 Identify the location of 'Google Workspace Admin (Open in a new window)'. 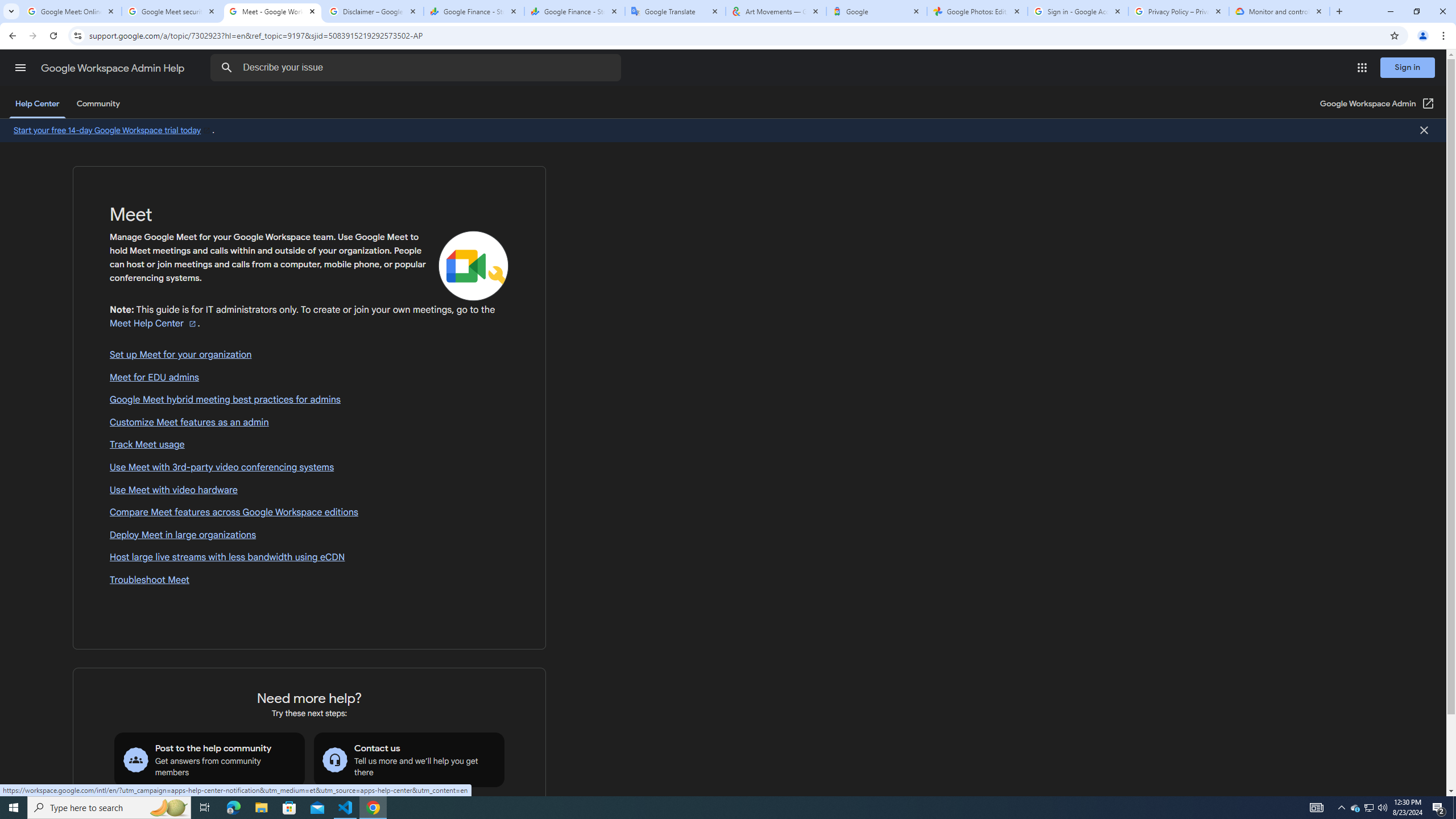
(1377, 103).